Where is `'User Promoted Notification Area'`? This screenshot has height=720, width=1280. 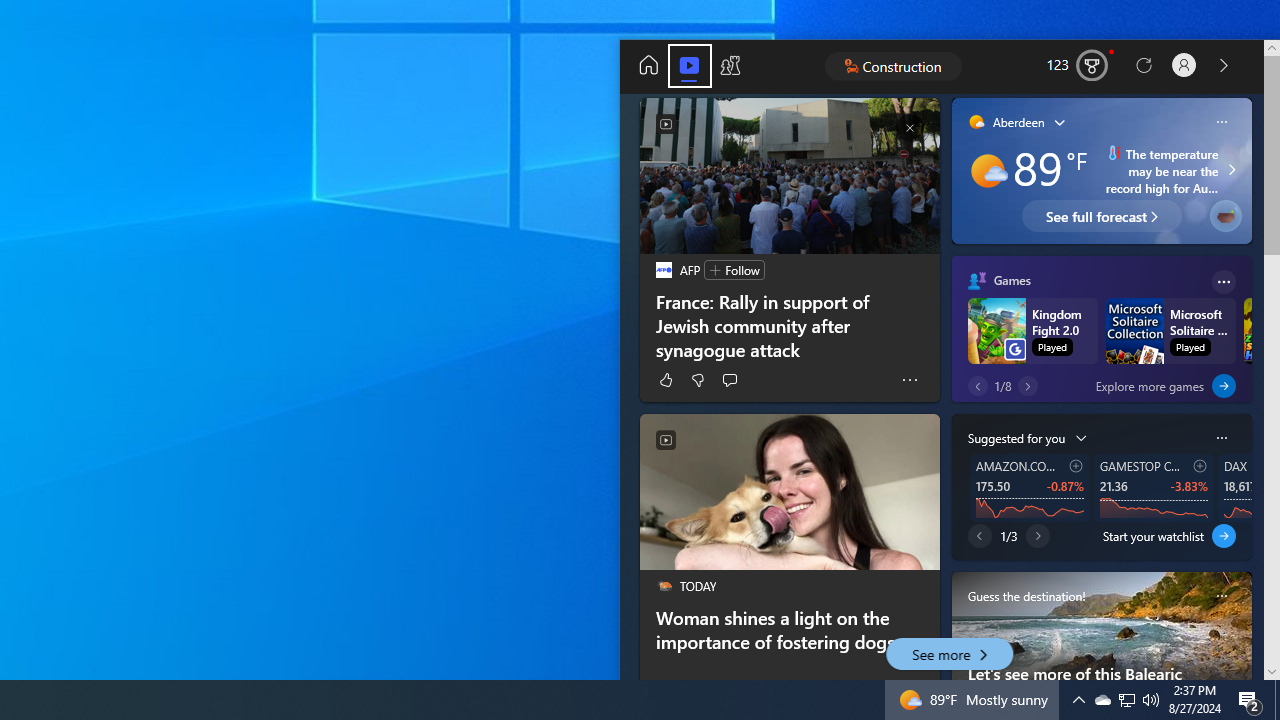
'User Promoted Notification Area' is located at coordinates (1101, 698).